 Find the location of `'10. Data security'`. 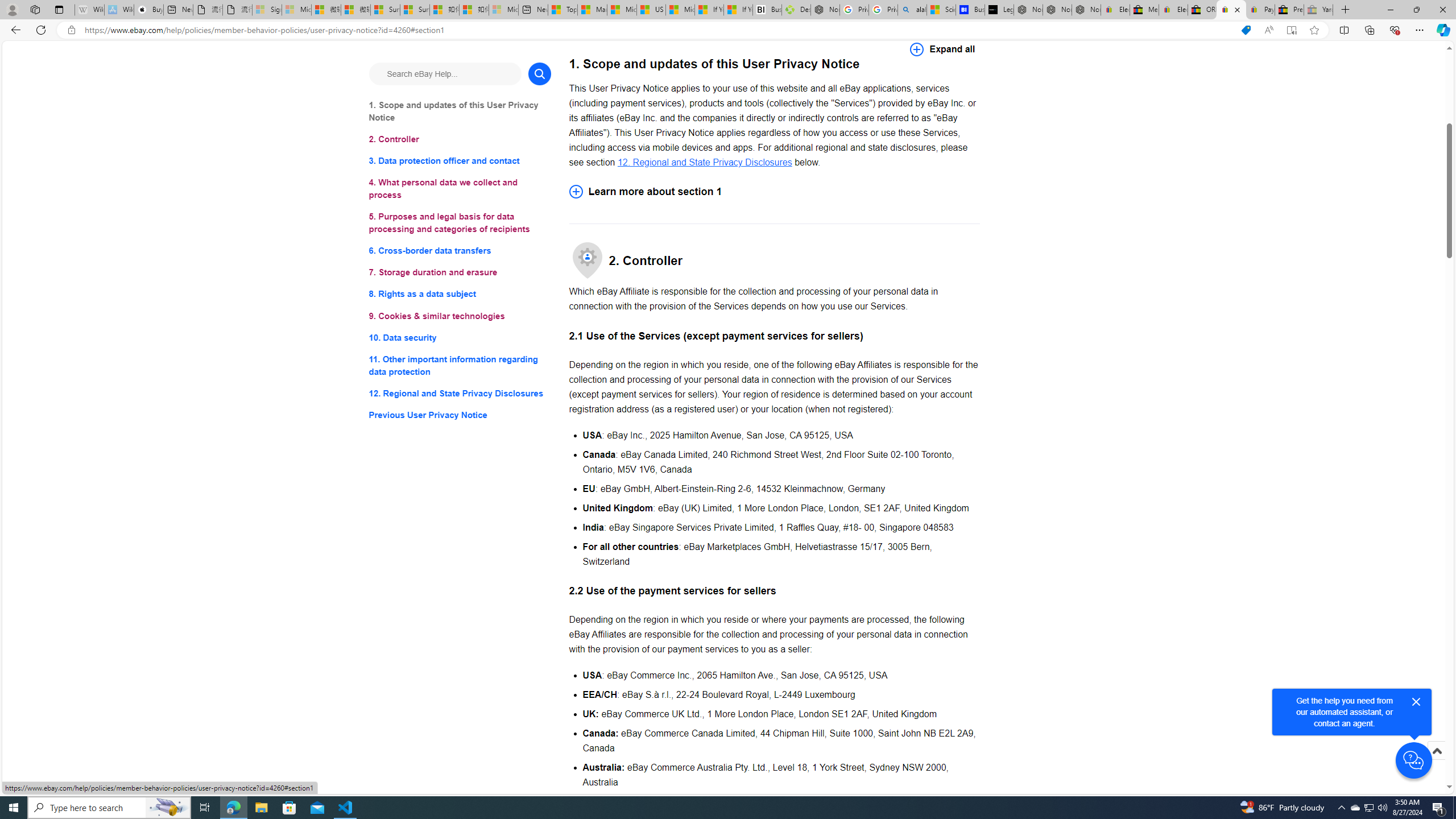

'10. Data security' is located at coordinates (459, 337).